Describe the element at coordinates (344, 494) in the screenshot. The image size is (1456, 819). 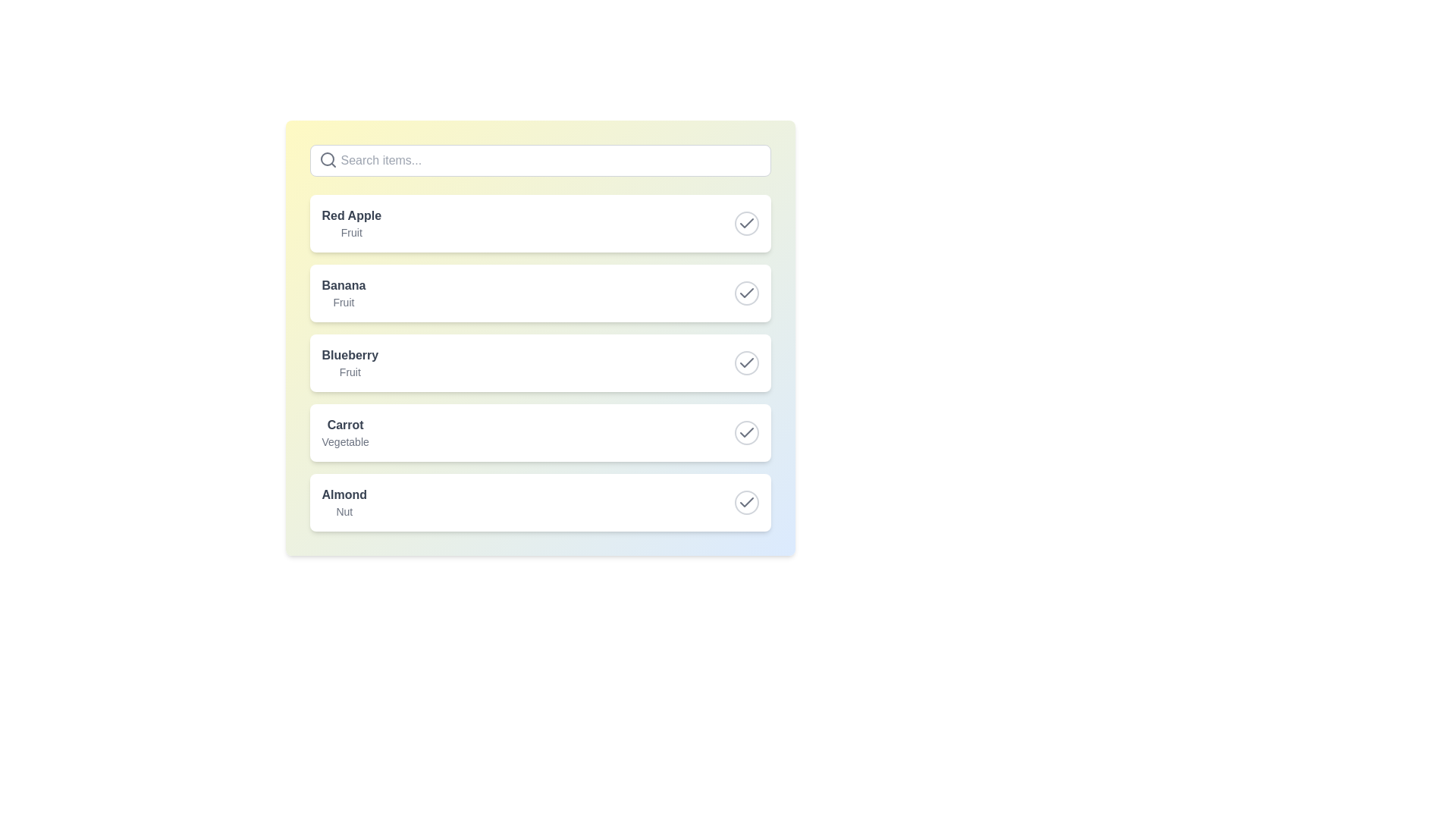
I see `the Text Label displaying the bold text 'Almond' in dark gray, which is the title of the last visible list item above the text 'Nut'` at that location.